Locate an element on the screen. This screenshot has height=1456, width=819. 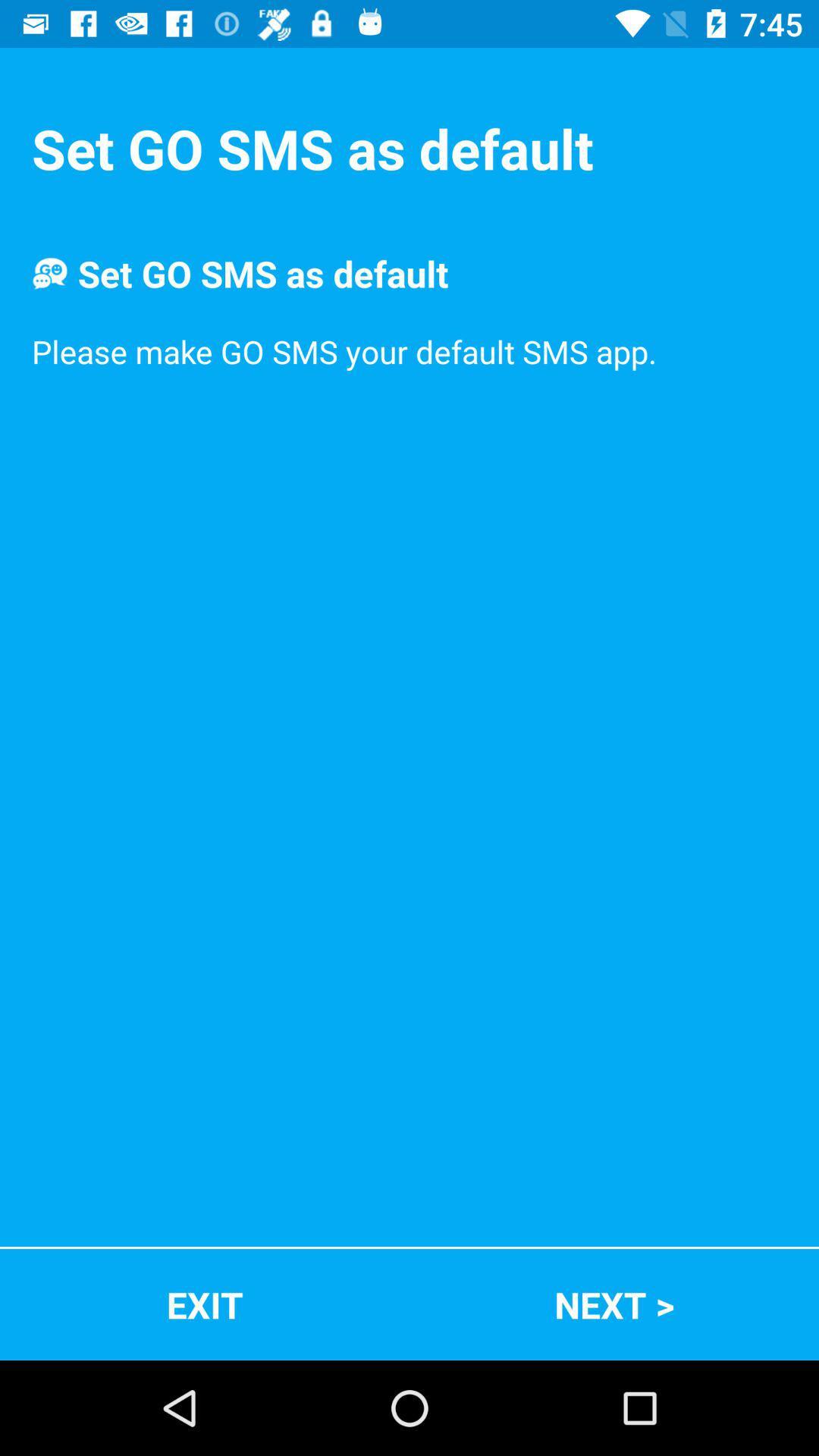
the item to the right of exit icon is located at coordinates (614, 1304).